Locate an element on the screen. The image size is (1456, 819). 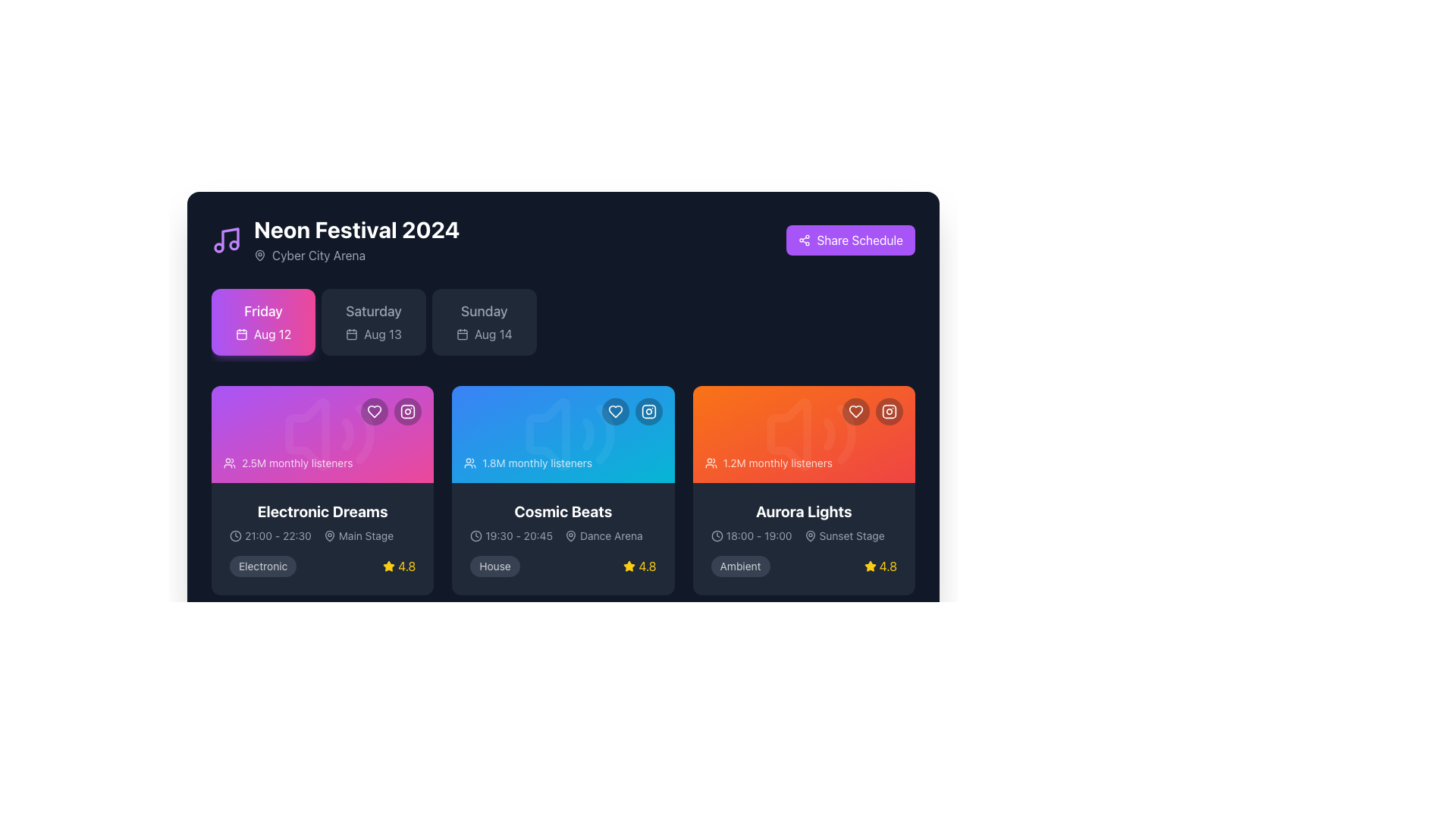
the circular button with a heart icon located in the top-right corner of the 'Aurora Lights' card, which is the leftmost of two circular buttons is located at coordinates (855, 412).